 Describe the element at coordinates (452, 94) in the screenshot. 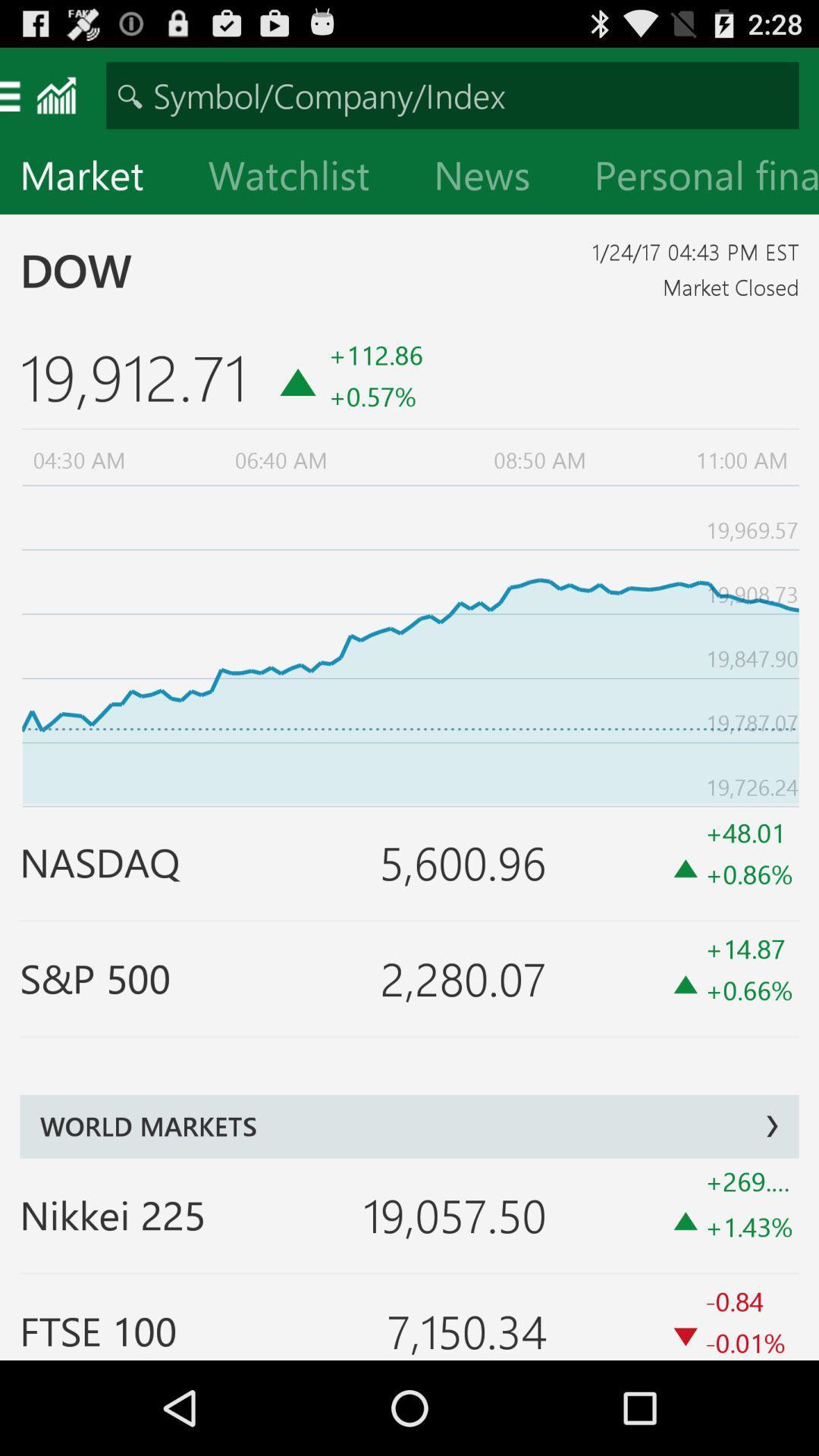

I see `open search bar` at that location.